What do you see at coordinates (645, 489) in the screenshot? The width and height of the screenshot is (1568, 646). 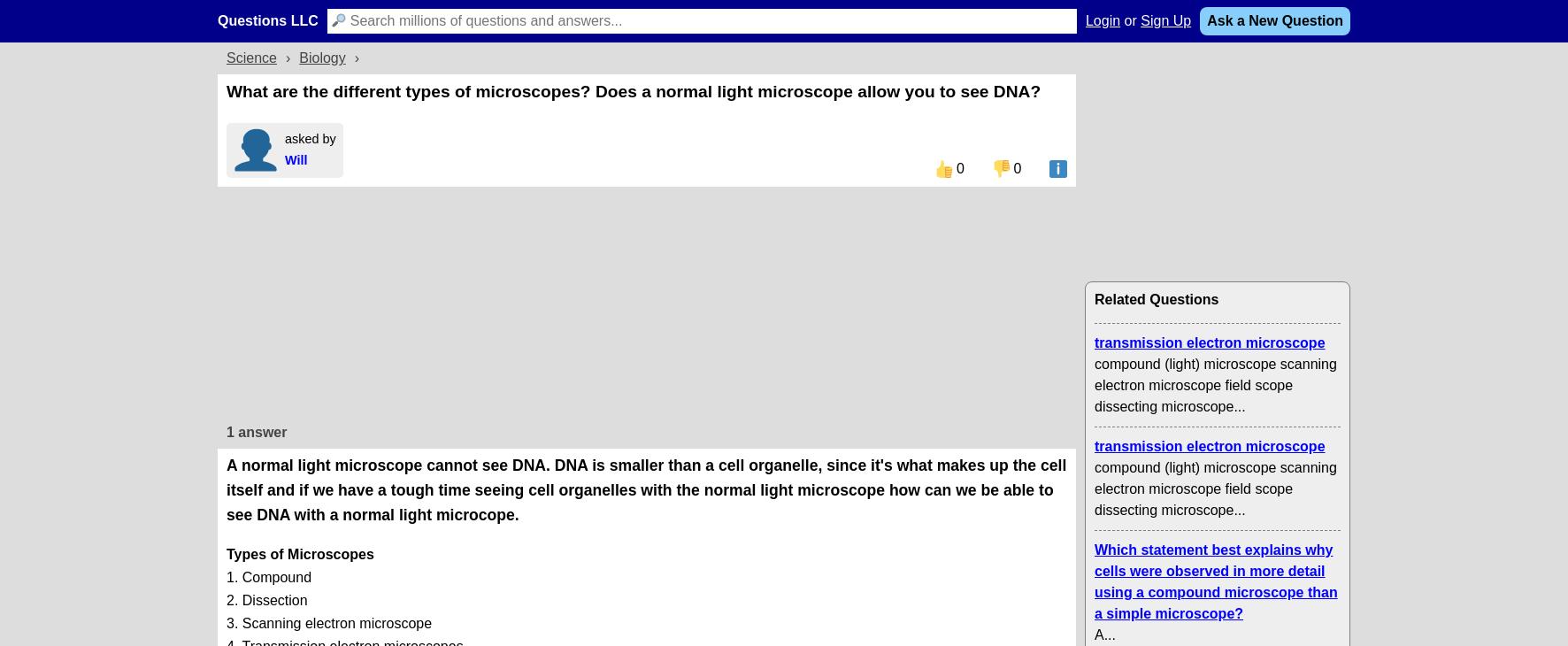 I see `'A normal light microscope cannot see DNA. DNA is smaller than a cell organelle, since it's what makes up the cell itself and if we have a tough time seeing cell organelles with the normal light microscope how can we be able to see DNA with a normal light microcope.'` at bounding box center [645, 489].